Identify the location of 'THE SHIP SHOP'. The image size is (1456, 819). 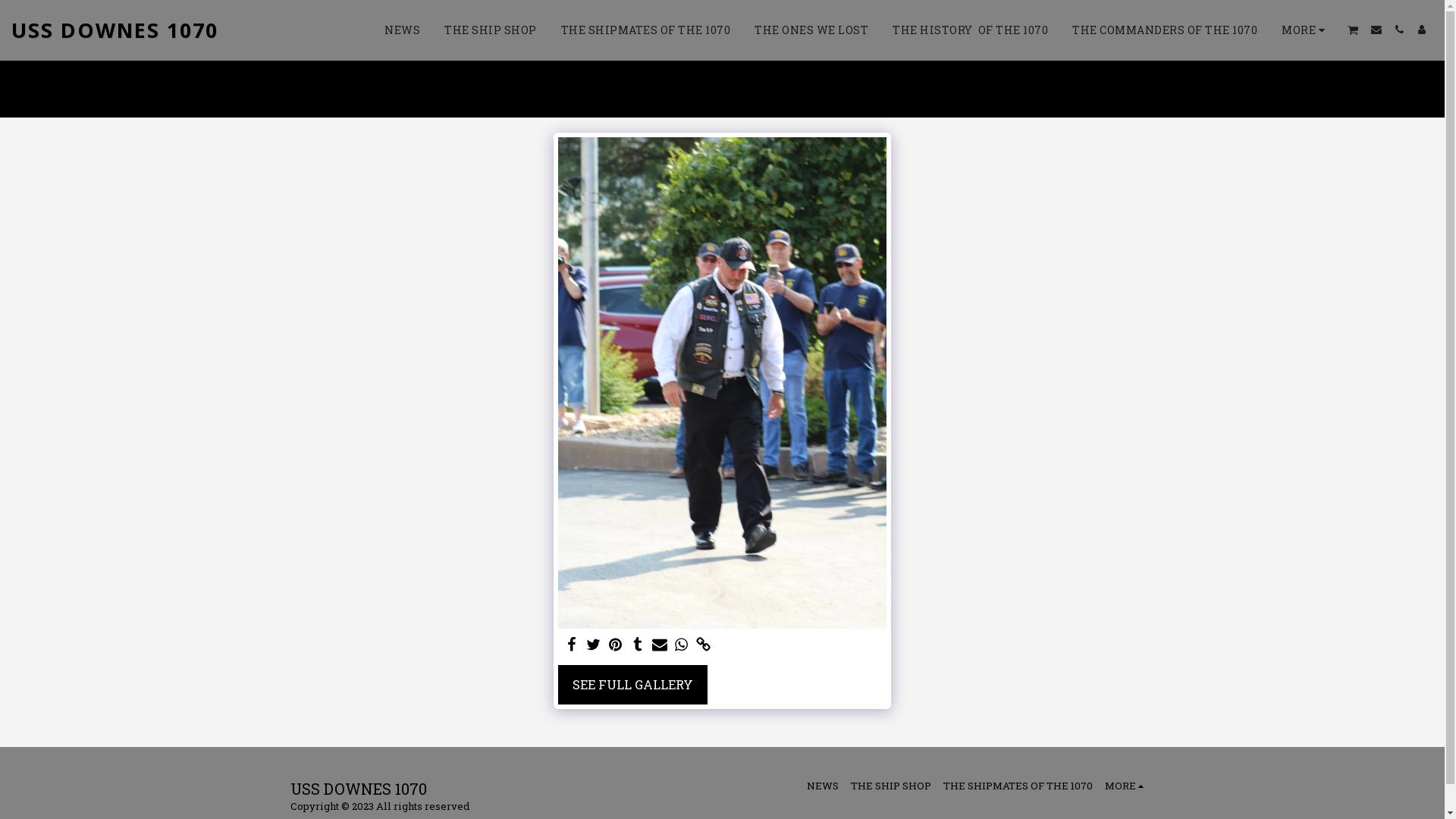
(891, 785).